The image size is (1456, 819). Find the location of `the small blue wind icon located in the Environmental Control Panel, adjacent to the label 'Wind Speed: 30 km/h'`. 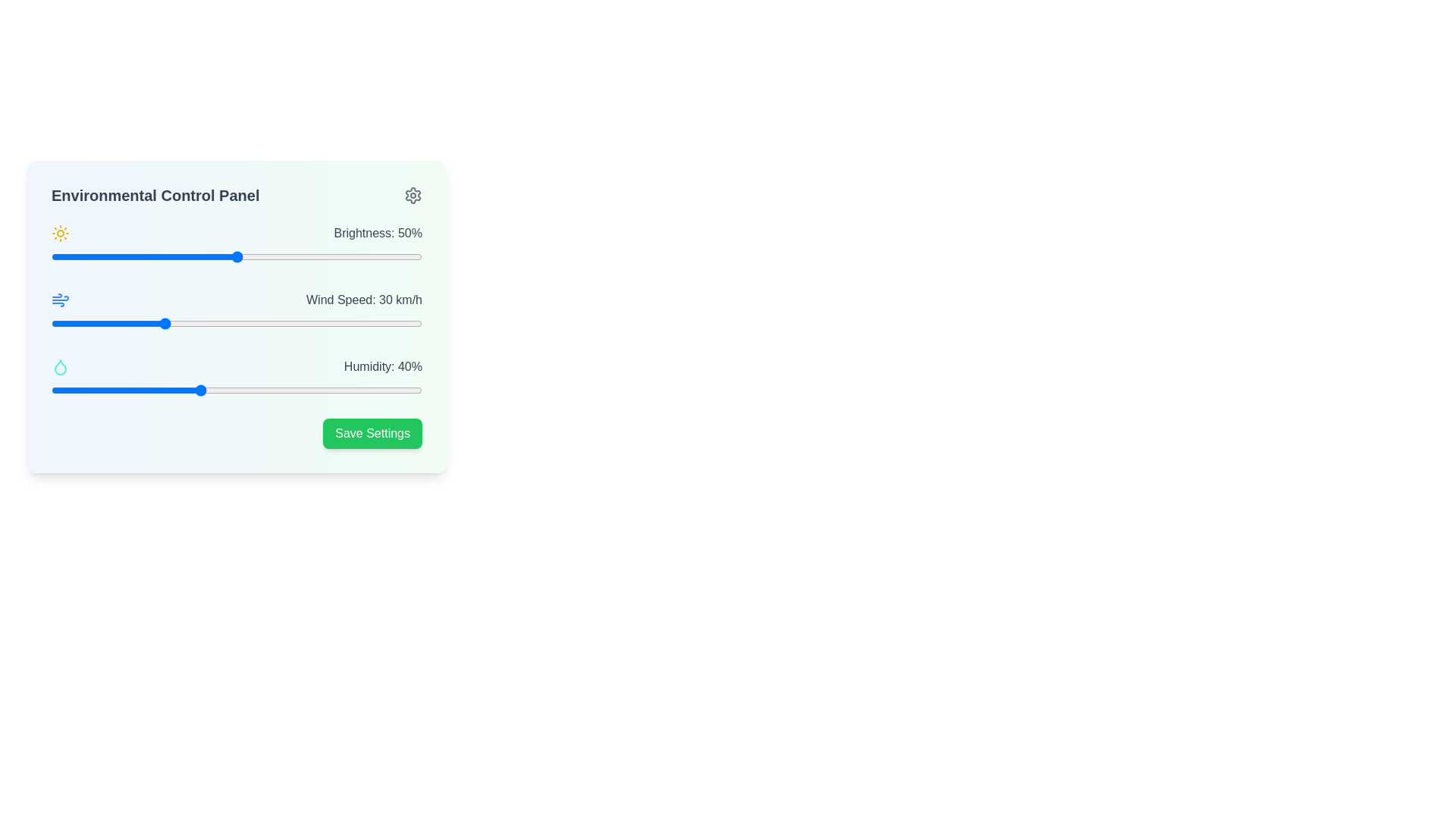

the small blue wind icon located in the Environmental Control Panel, adjacent to the label 'Wind Speed: 30 km/h' is located at coordinates (61, 300).